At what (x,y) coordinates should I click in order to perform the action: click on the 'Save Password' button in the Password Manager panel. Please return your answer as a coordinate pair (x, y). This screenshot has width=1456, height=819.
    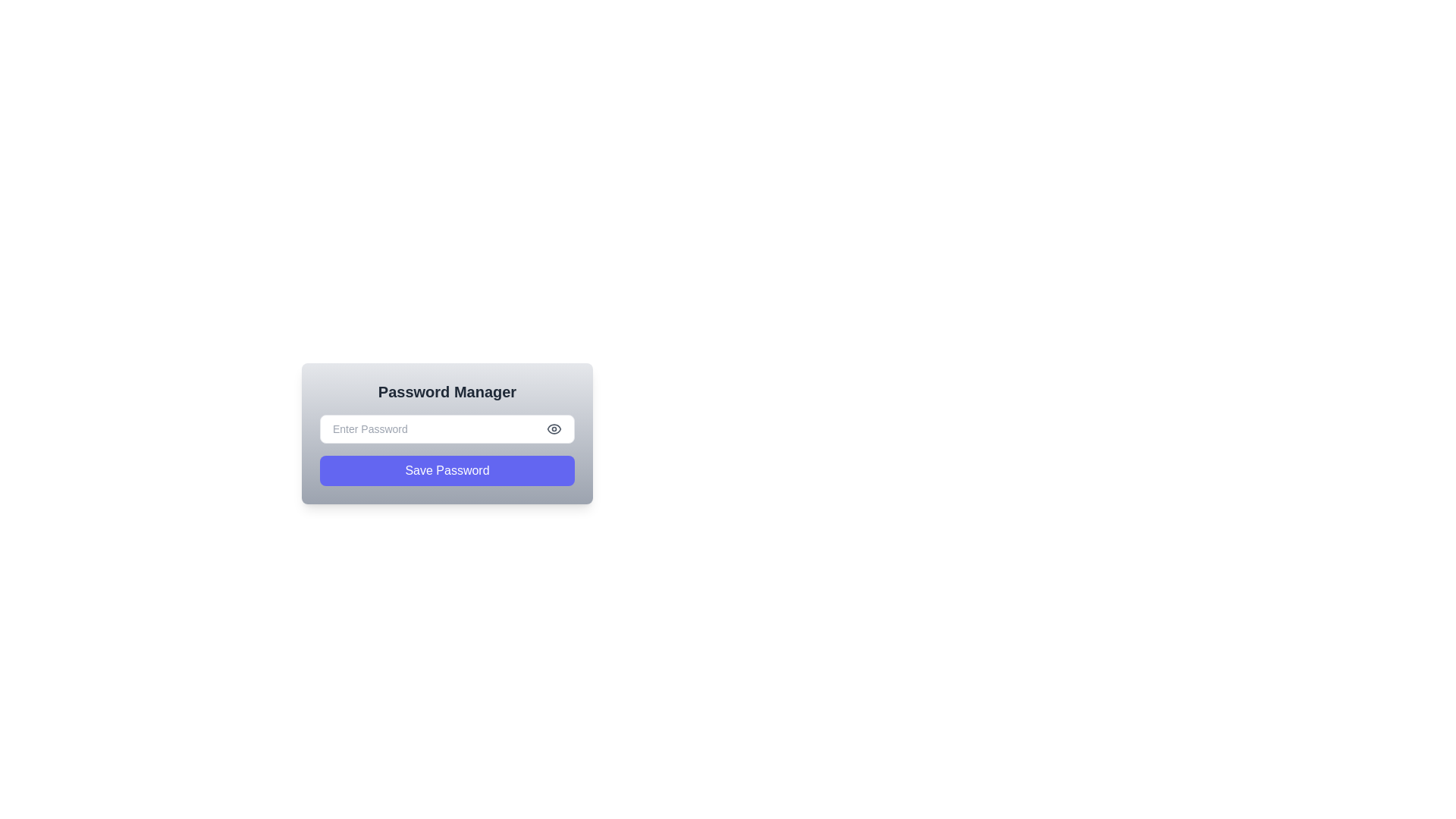
    Looking at the image, I should click on (447, 473).